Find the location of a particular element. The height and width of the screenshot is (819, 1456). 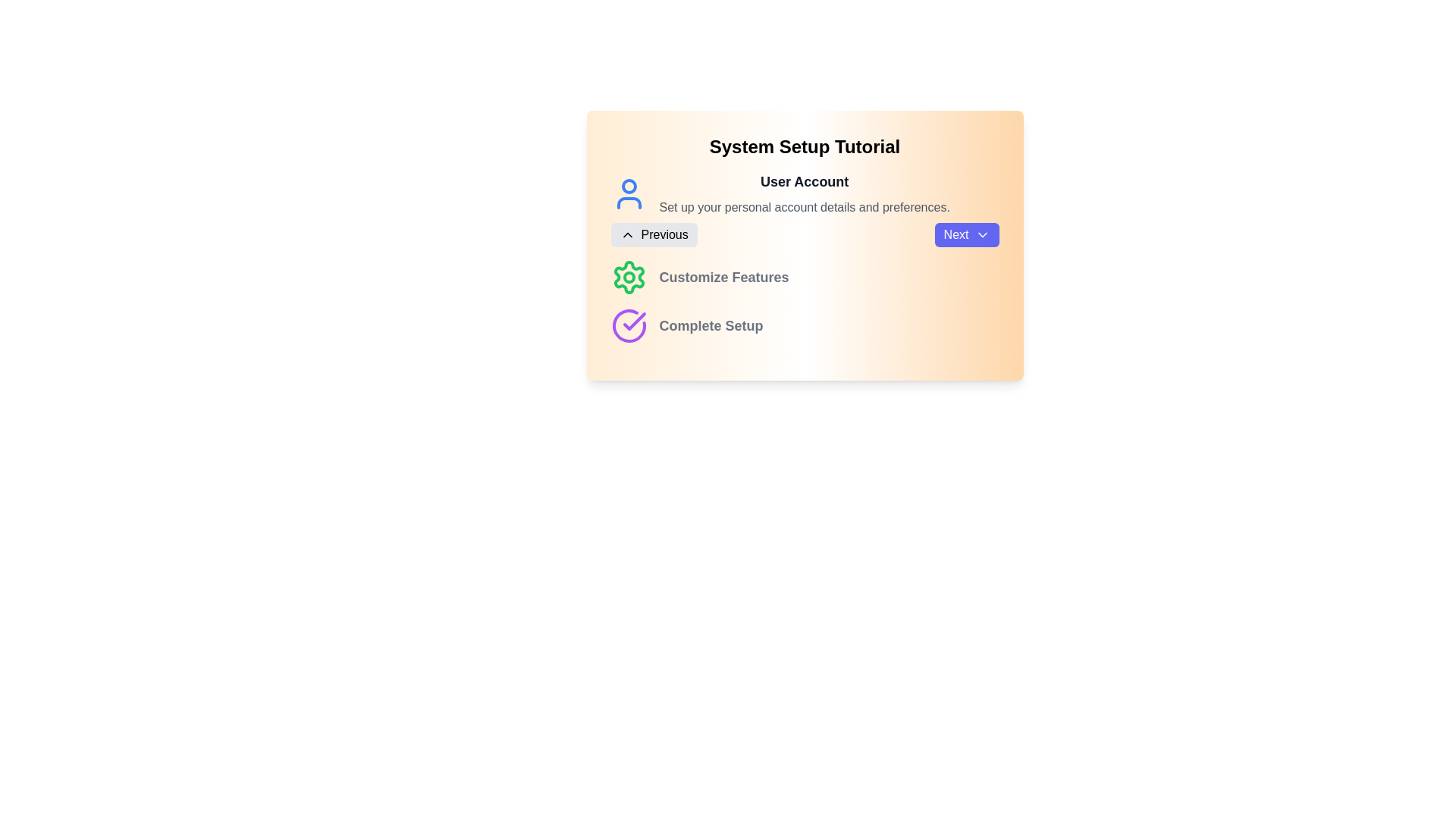

the button labeled Next is located at coordinates (966, 234).